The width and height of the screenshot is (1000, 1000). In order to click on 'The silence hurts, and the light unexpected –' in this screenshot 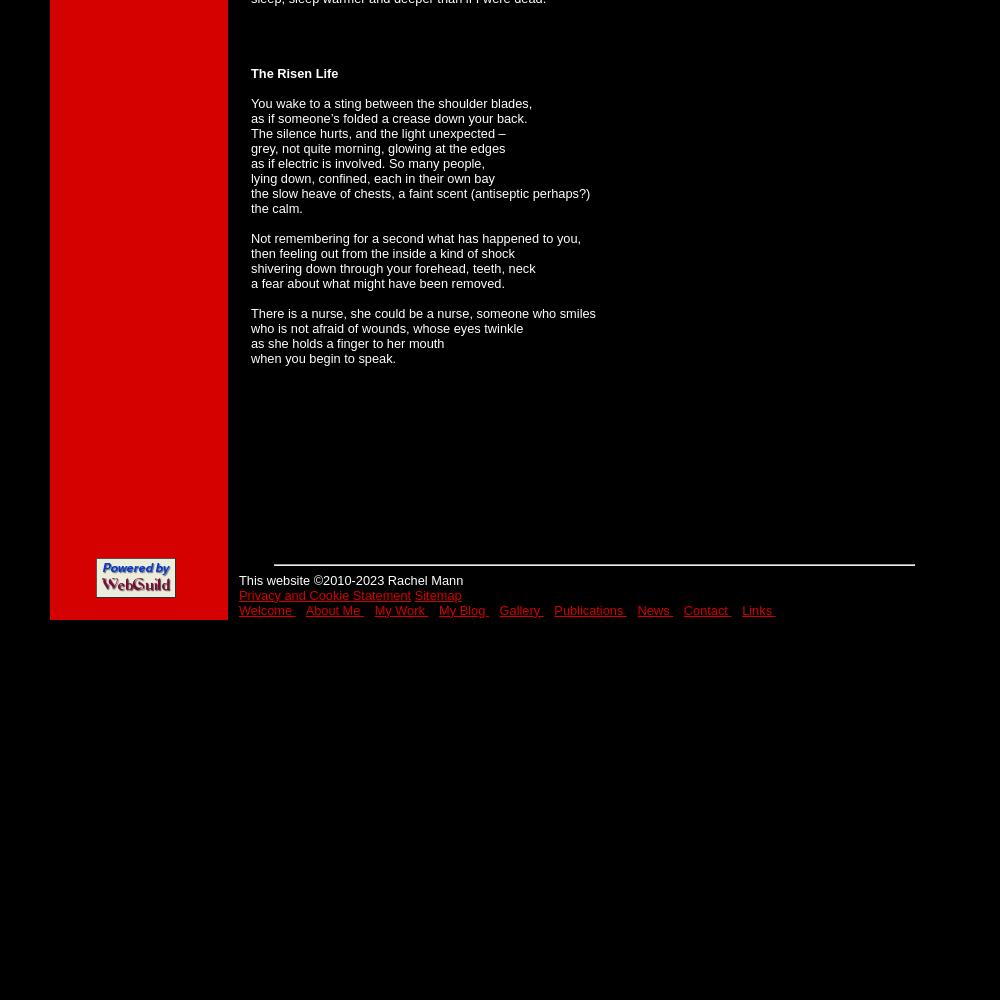, I will do `click(378, 132)`.